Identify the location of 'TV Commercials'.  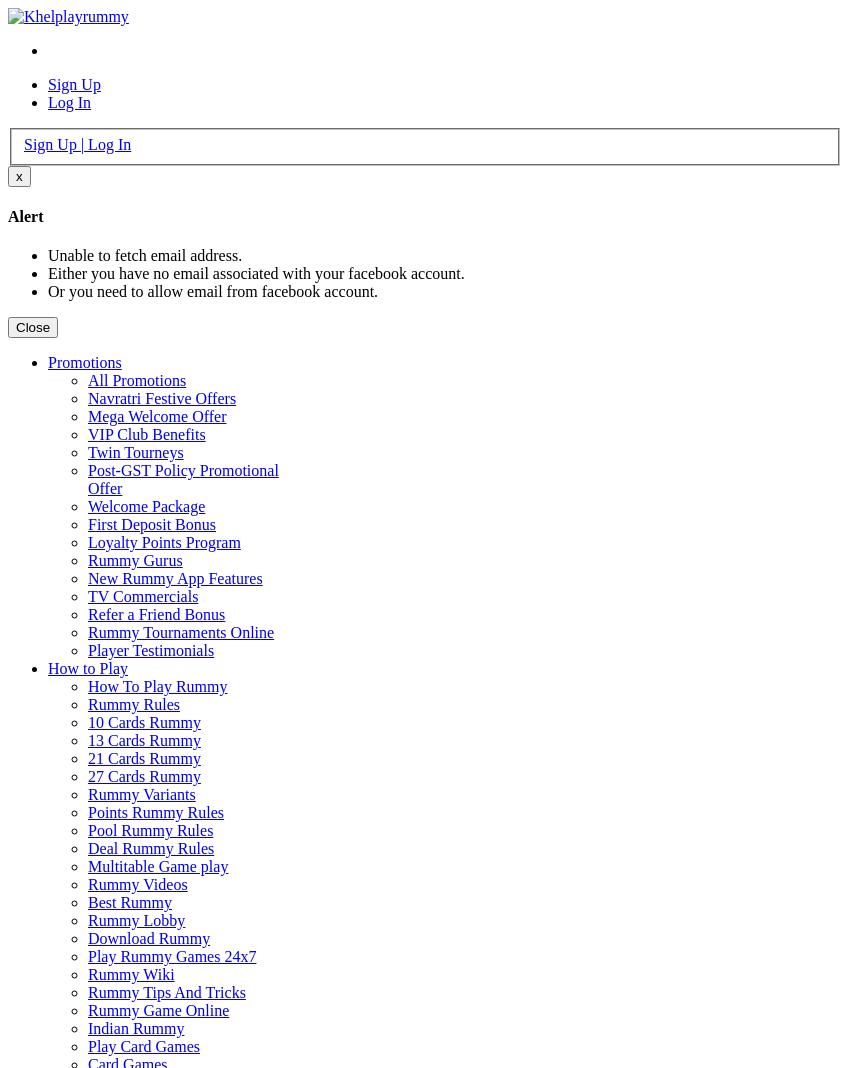
(142, 595).